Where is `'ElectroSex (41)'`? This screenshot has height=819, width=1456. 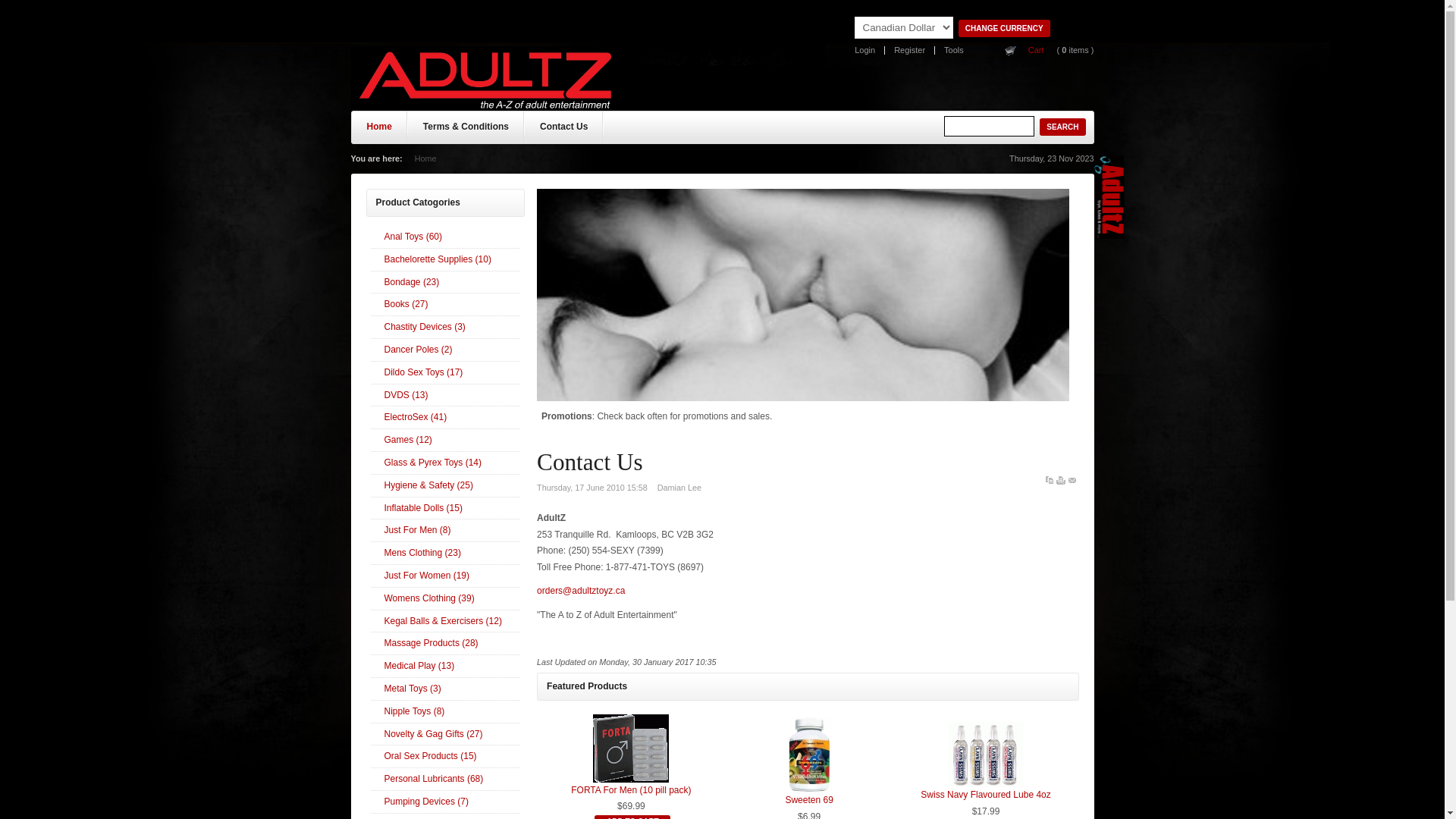 'ElectroSex (41)' is located at coordinates (444, 418).